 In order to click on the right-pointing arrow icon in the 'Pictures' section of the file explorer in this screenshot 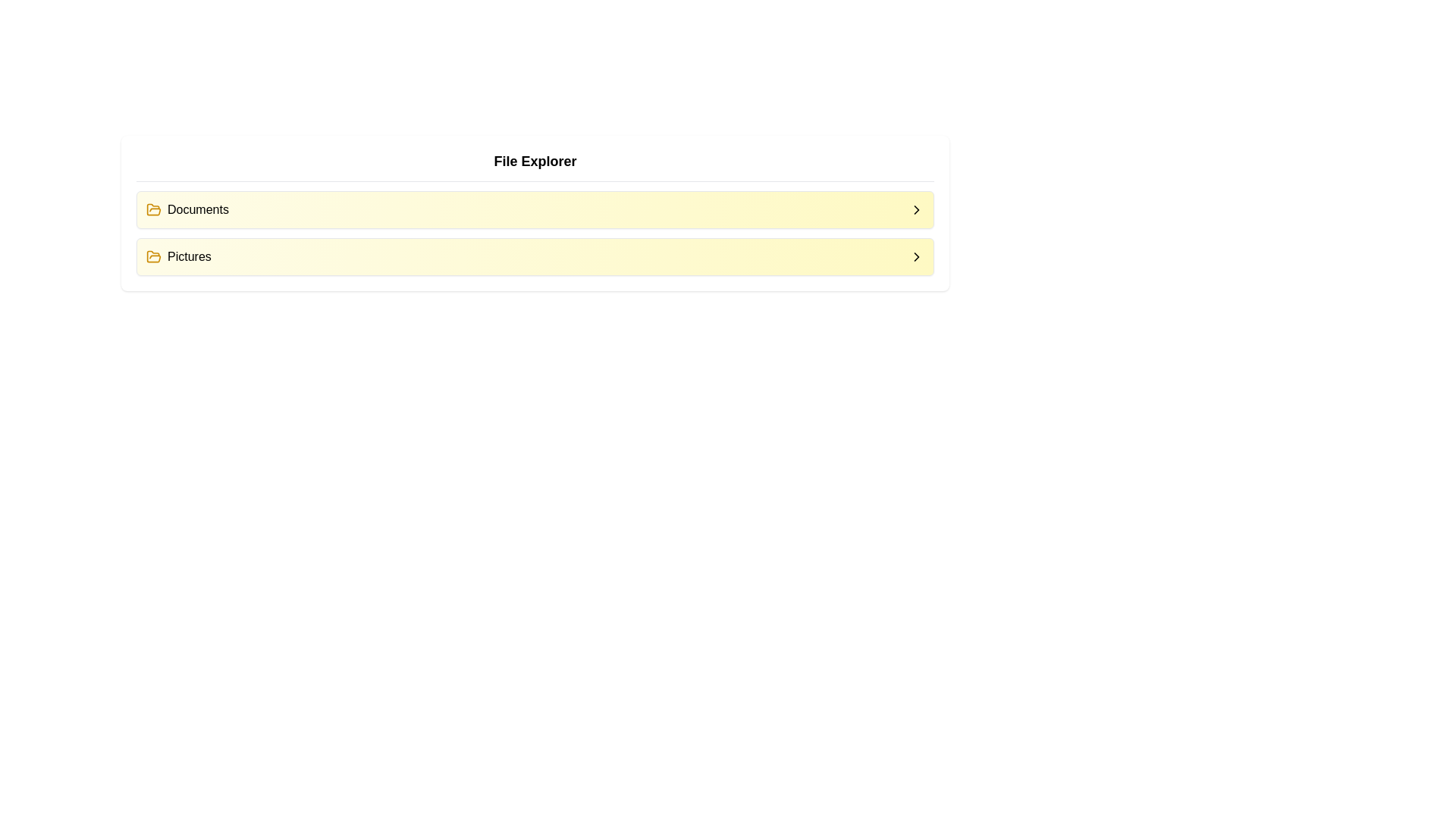, I will do `click(916, 210)`.